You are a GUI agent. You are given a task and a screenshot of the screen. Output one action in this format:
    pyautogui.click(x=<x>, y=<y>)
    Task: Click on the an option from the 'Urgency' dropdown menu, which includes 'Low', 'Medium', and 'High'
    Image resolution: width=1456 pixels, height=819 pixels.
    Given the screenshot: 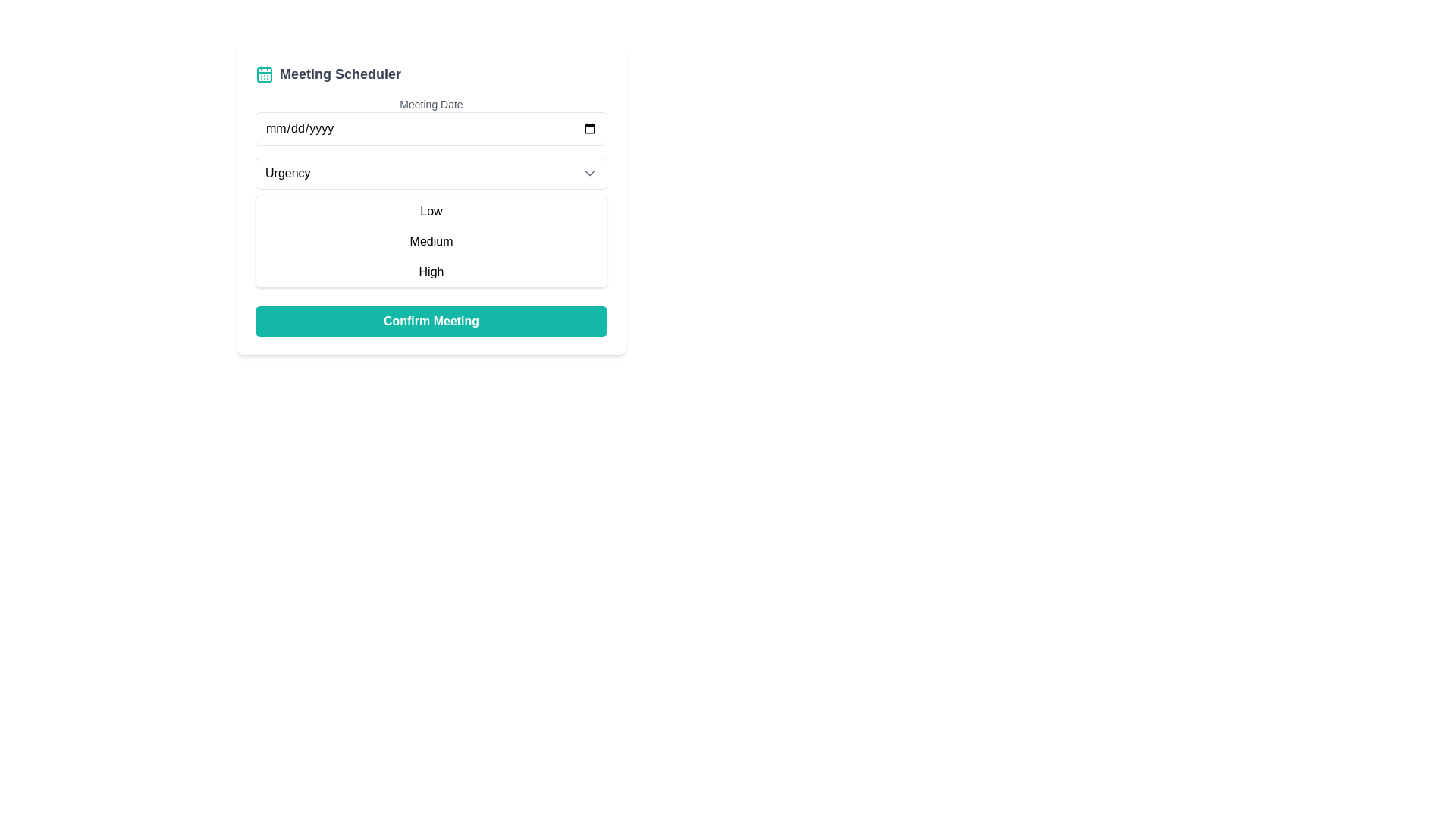 What is the action you would take?
    pyautogui.click(x=431, y=222)
    